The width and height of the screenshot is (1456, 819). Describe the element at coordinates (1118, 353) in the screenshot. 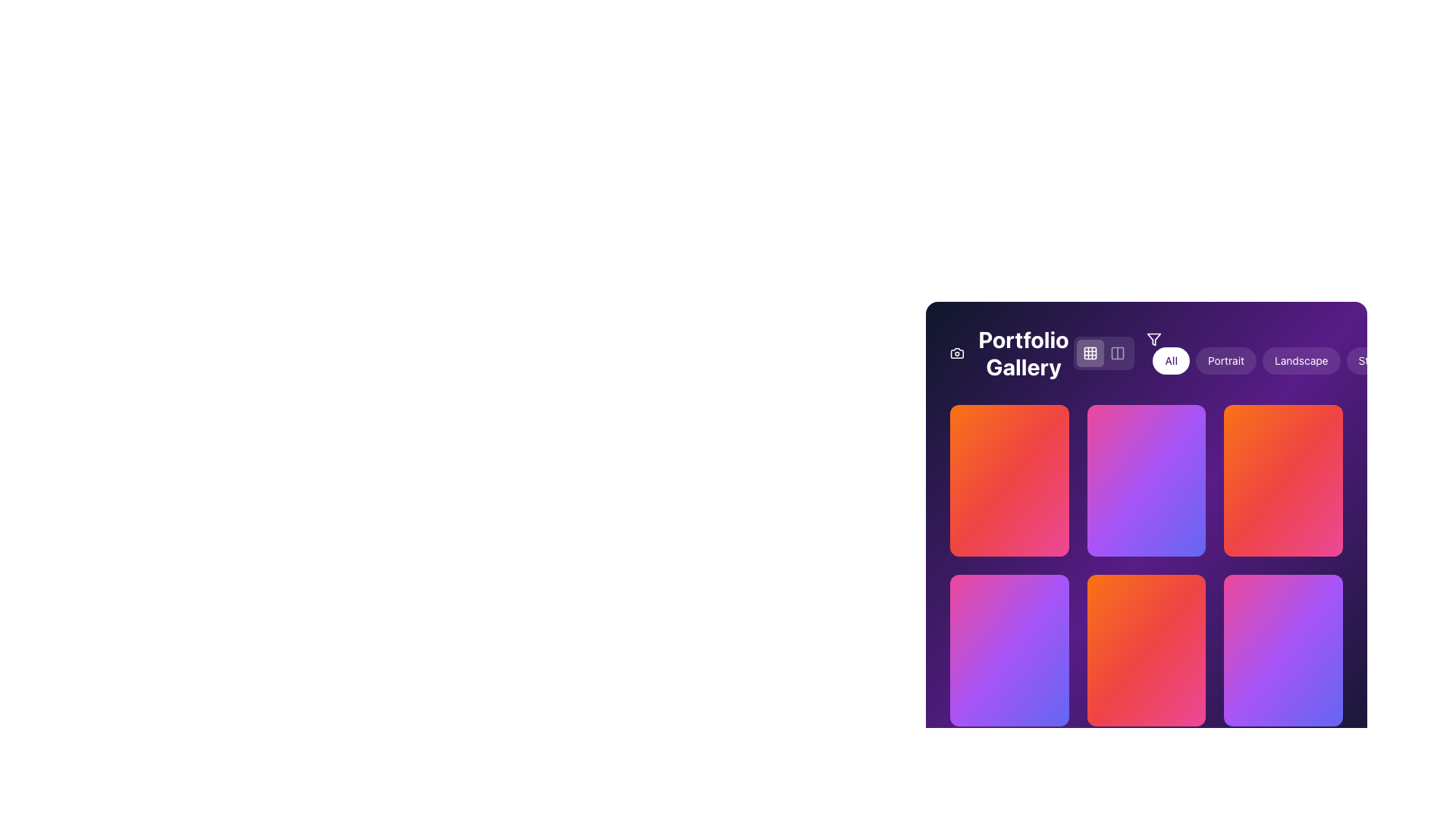

I see `the button or toggle icon representing a layout or display mode` at that location.